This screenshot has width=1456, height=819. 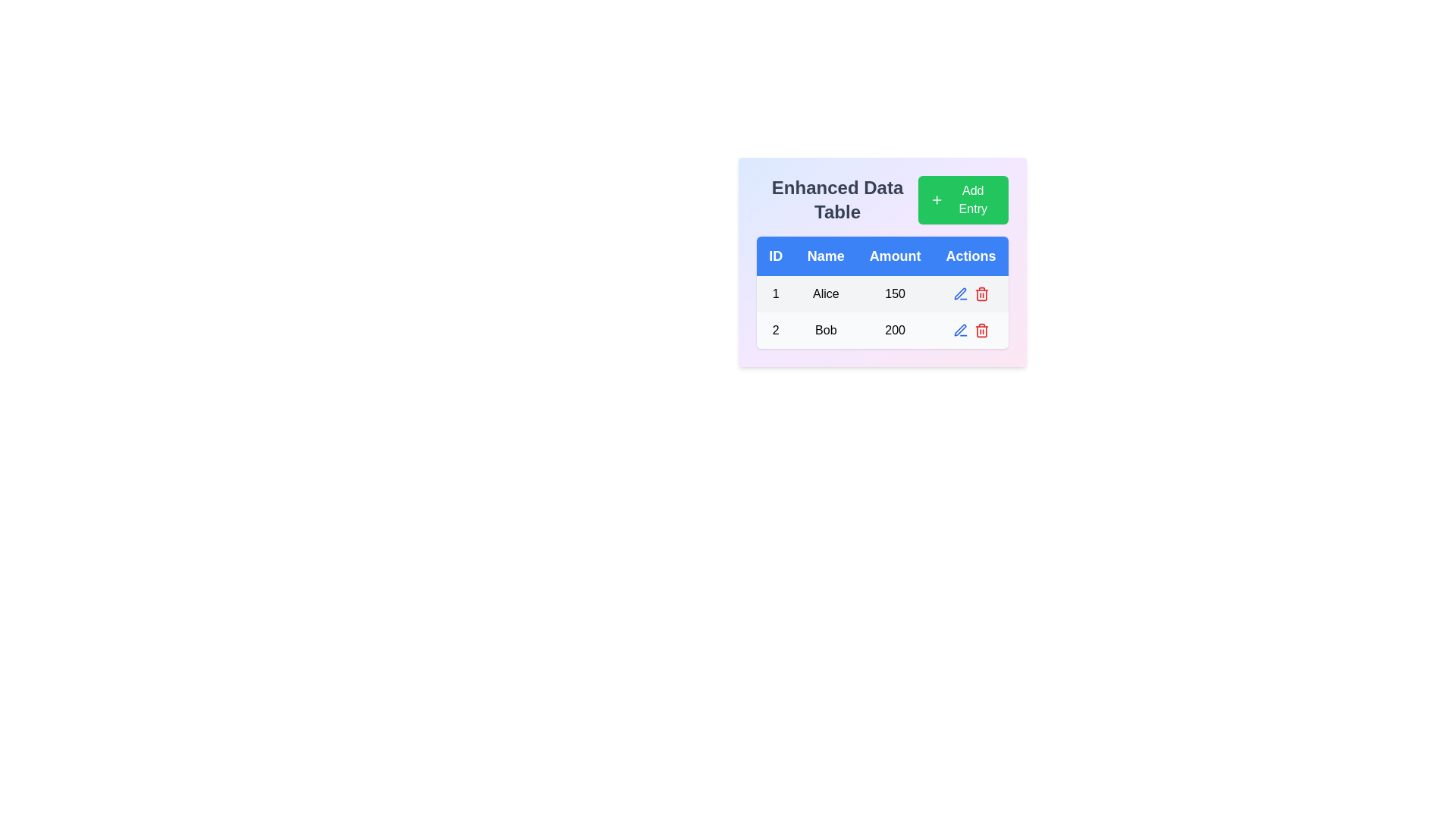 I want to click on the decorative 'add' icon located to the left of the 'Add Entry' button at the top right of the interface, so click(x=936, y=199).